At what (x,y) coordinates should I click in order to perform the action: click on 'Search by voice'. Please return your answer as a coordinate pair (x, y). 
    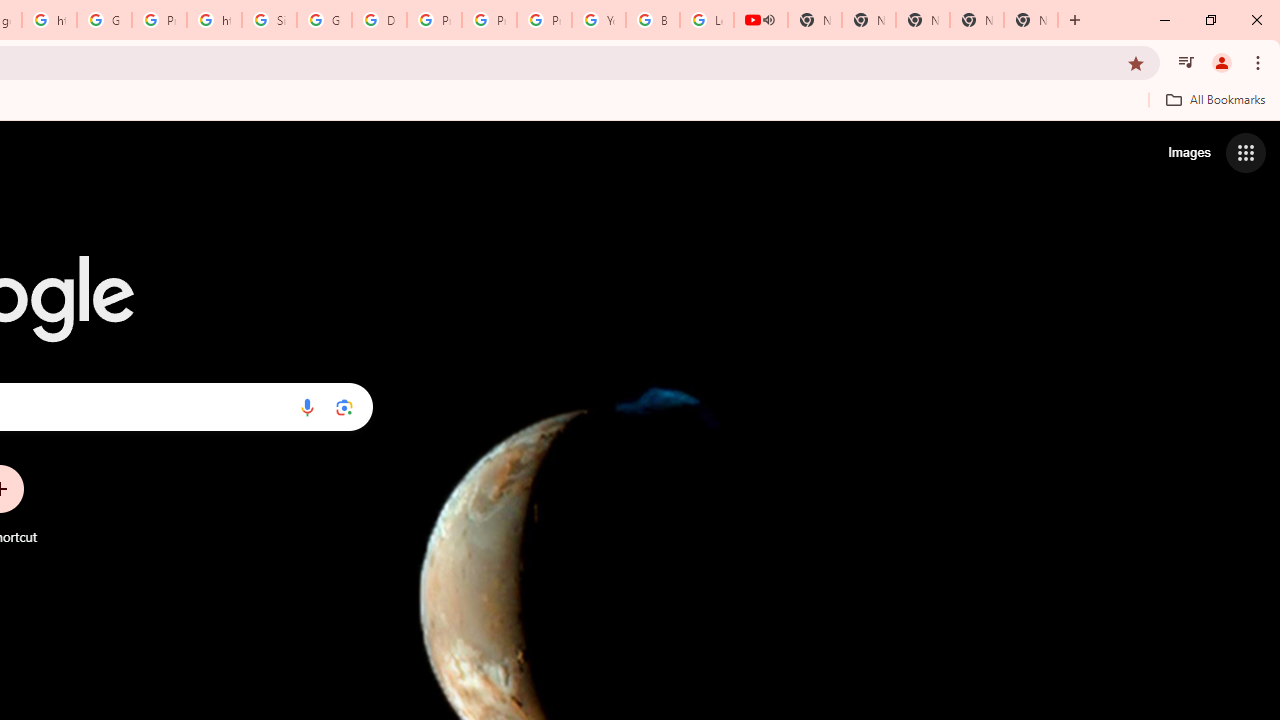
    Looking at the image, I should click on (306, 406).